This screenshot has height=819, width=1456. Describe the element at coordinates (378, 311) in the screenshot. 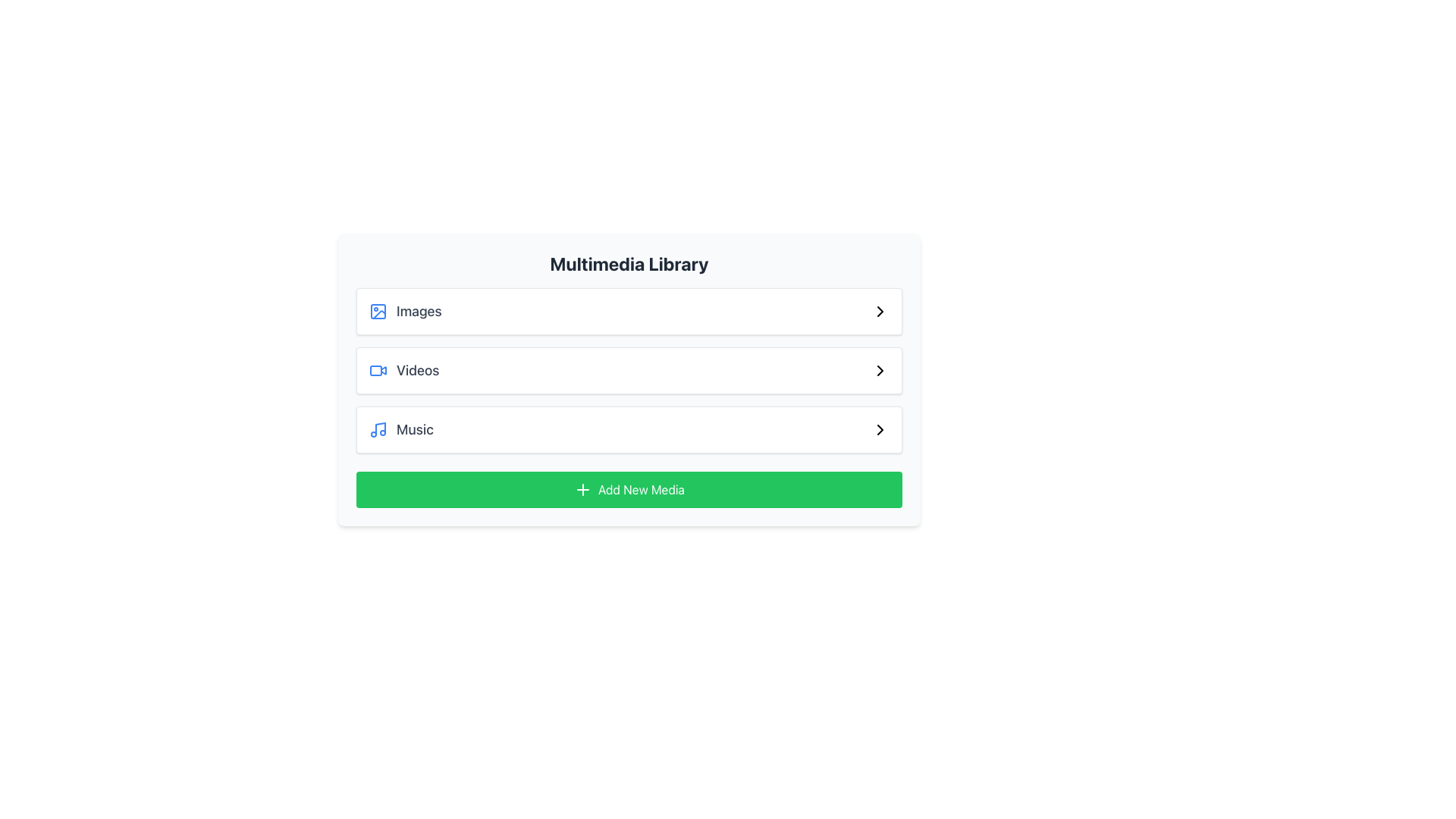

I see `the 'Images' icon in the multimedia library, located near the top-left corner of the first entry labeled 'Images'` at that location.